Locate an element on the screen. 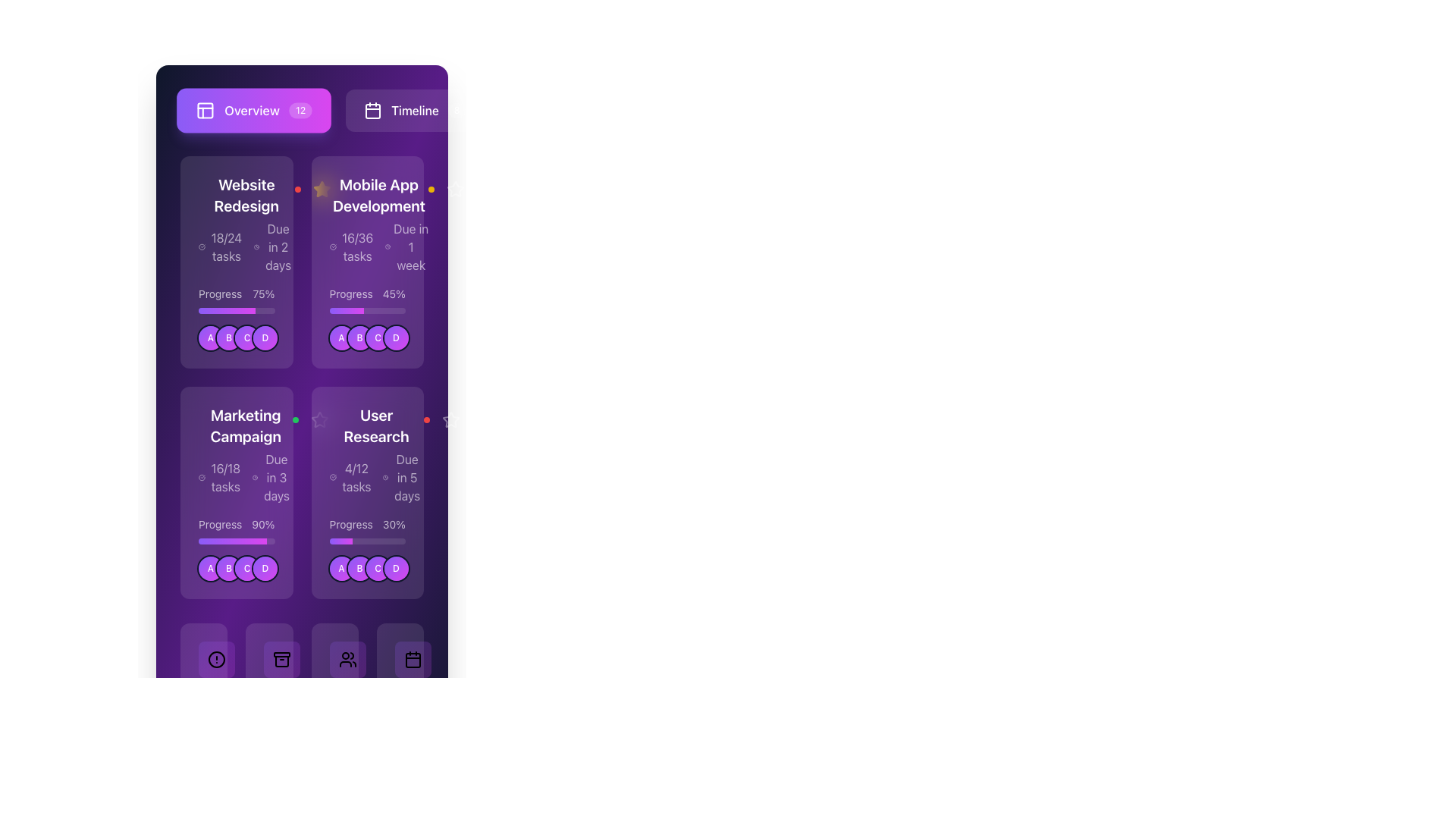 The height and width of the screenshot is (819, 1456). the task progress and deadline information element located within the 'Website Redesign' card is located at coordinates (246, 246).